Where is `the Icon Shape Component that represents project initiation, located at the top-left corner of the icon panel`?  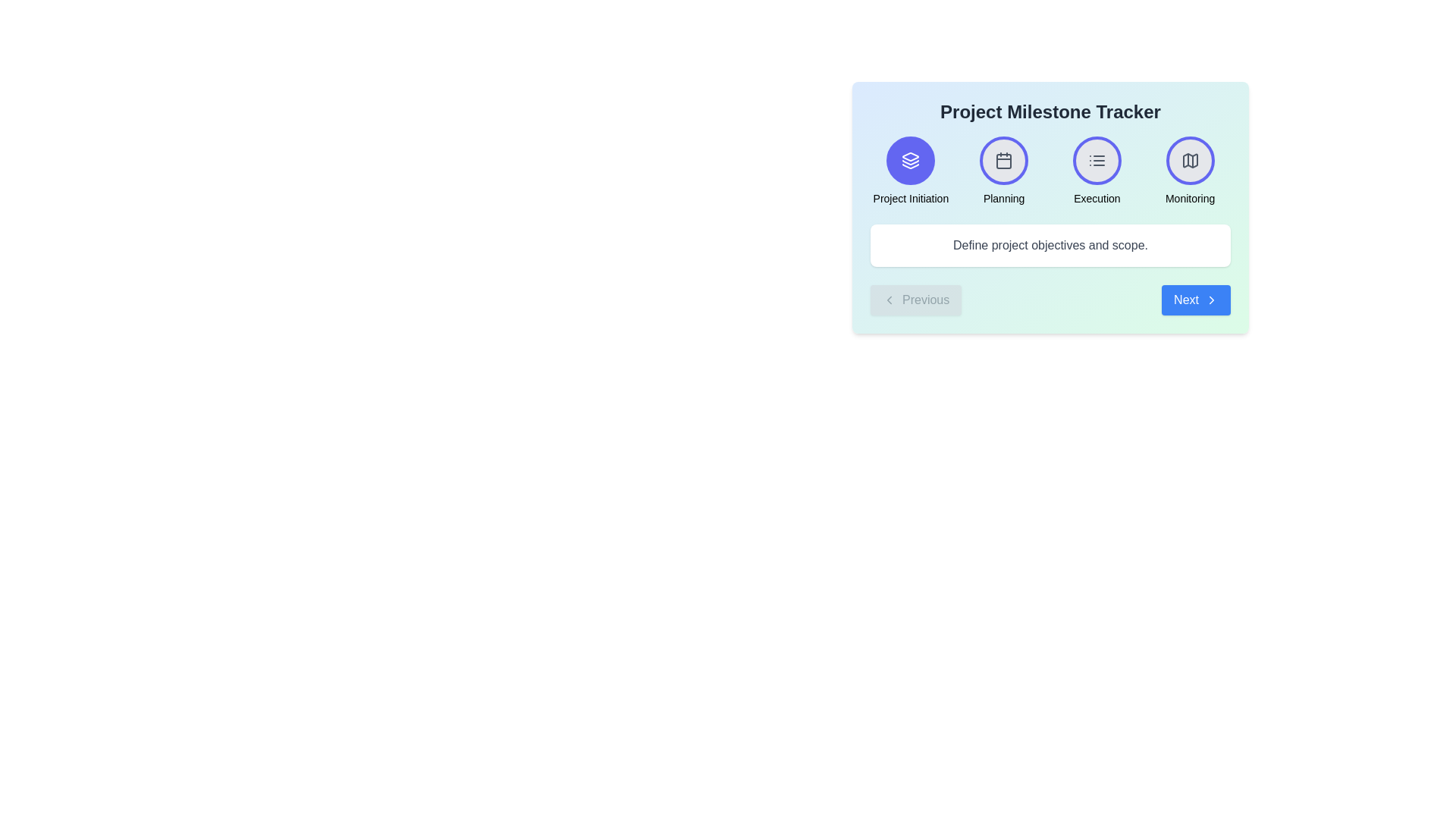
the Icon Shape Component that represents project initiation, located at the top-left corner of the icon panel is located at coordinates (910, 157).